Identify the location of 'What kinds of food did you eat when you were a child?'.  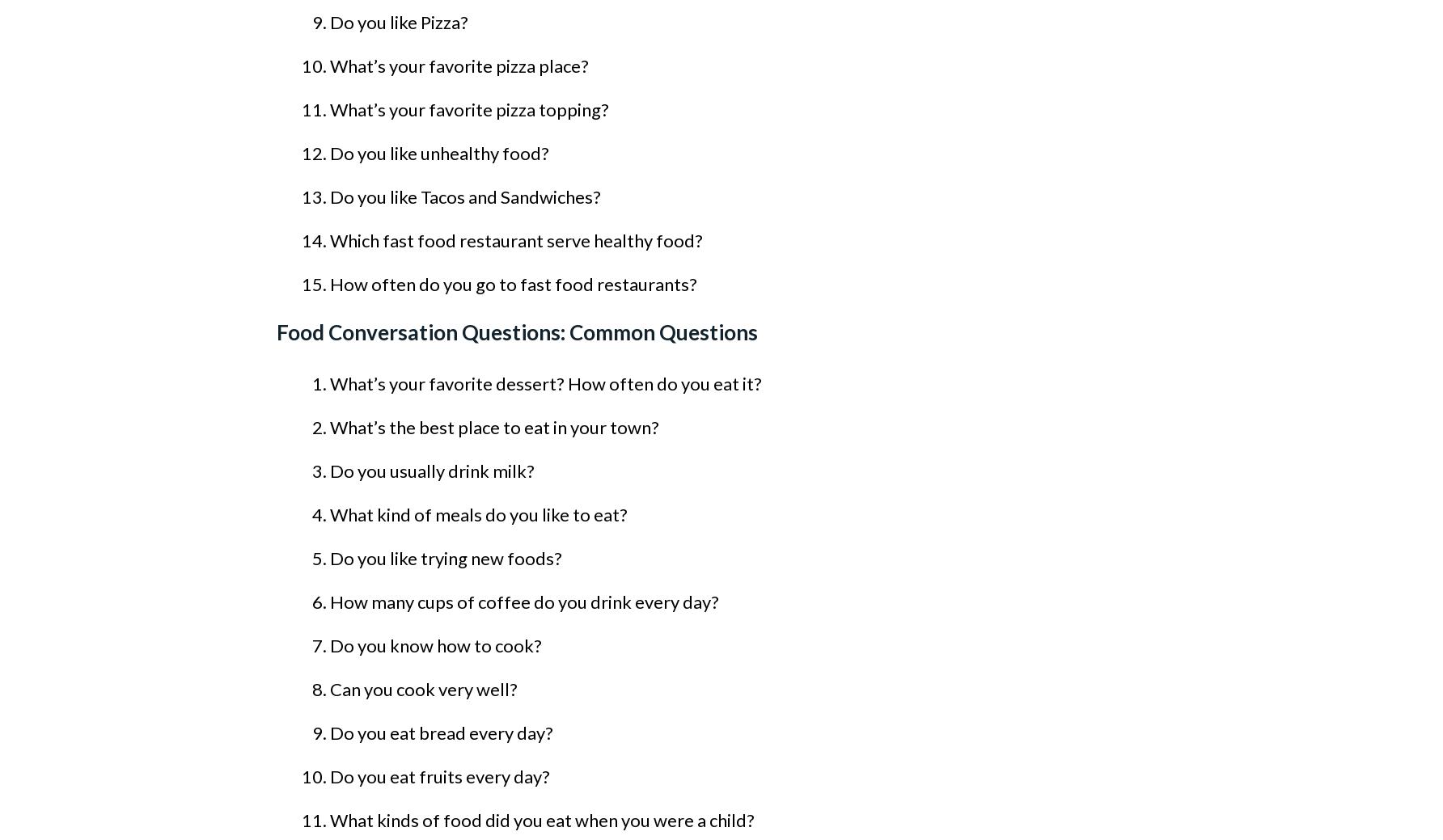
(542, 820).